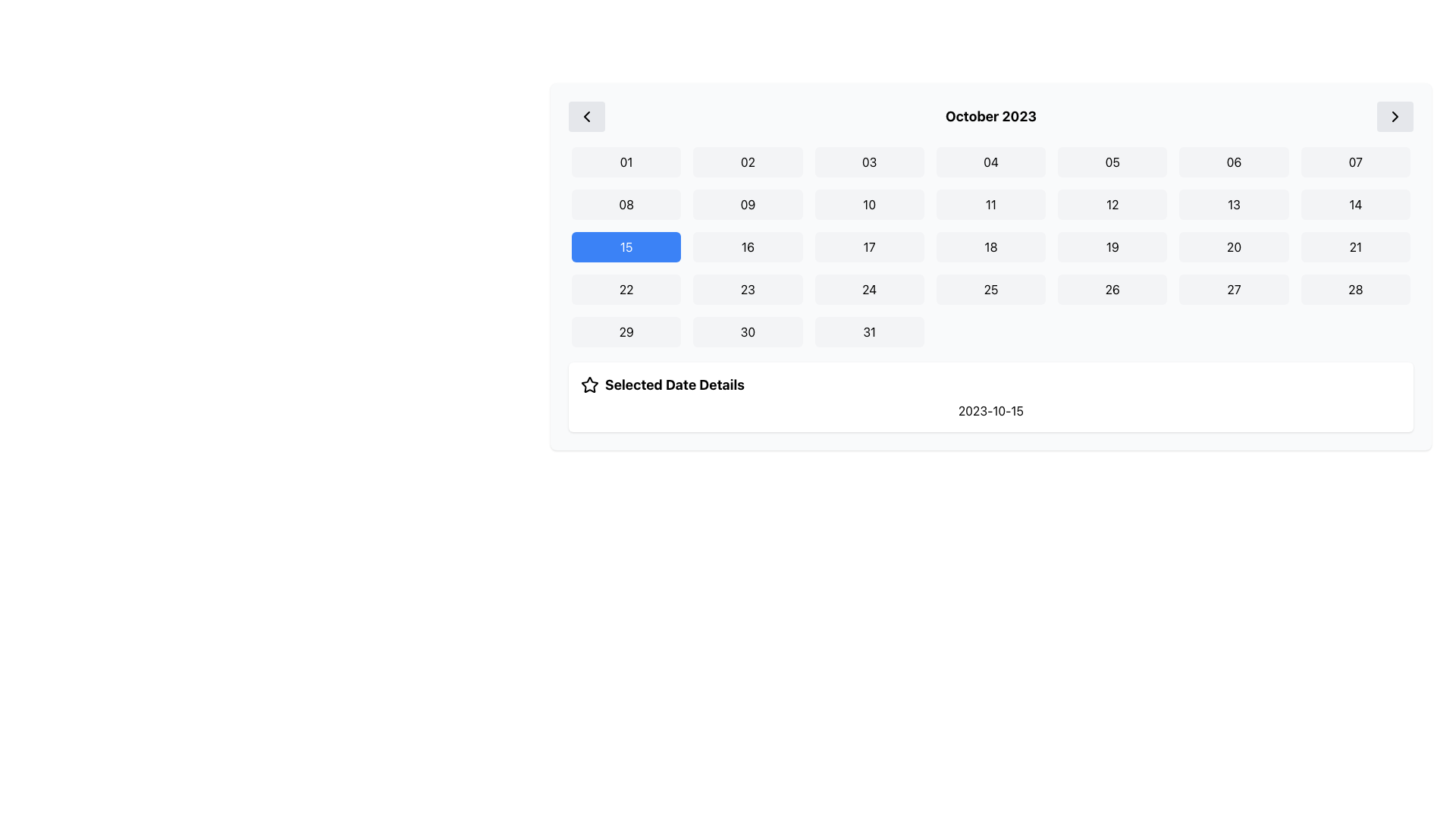  What do you see at coordinates (990, 246) in the screenshot?
I see `the button representing the date in the calendar grid located in the third row and fourth column, which is surrounded by other numbered buttons` at bounding box center [990, 246].